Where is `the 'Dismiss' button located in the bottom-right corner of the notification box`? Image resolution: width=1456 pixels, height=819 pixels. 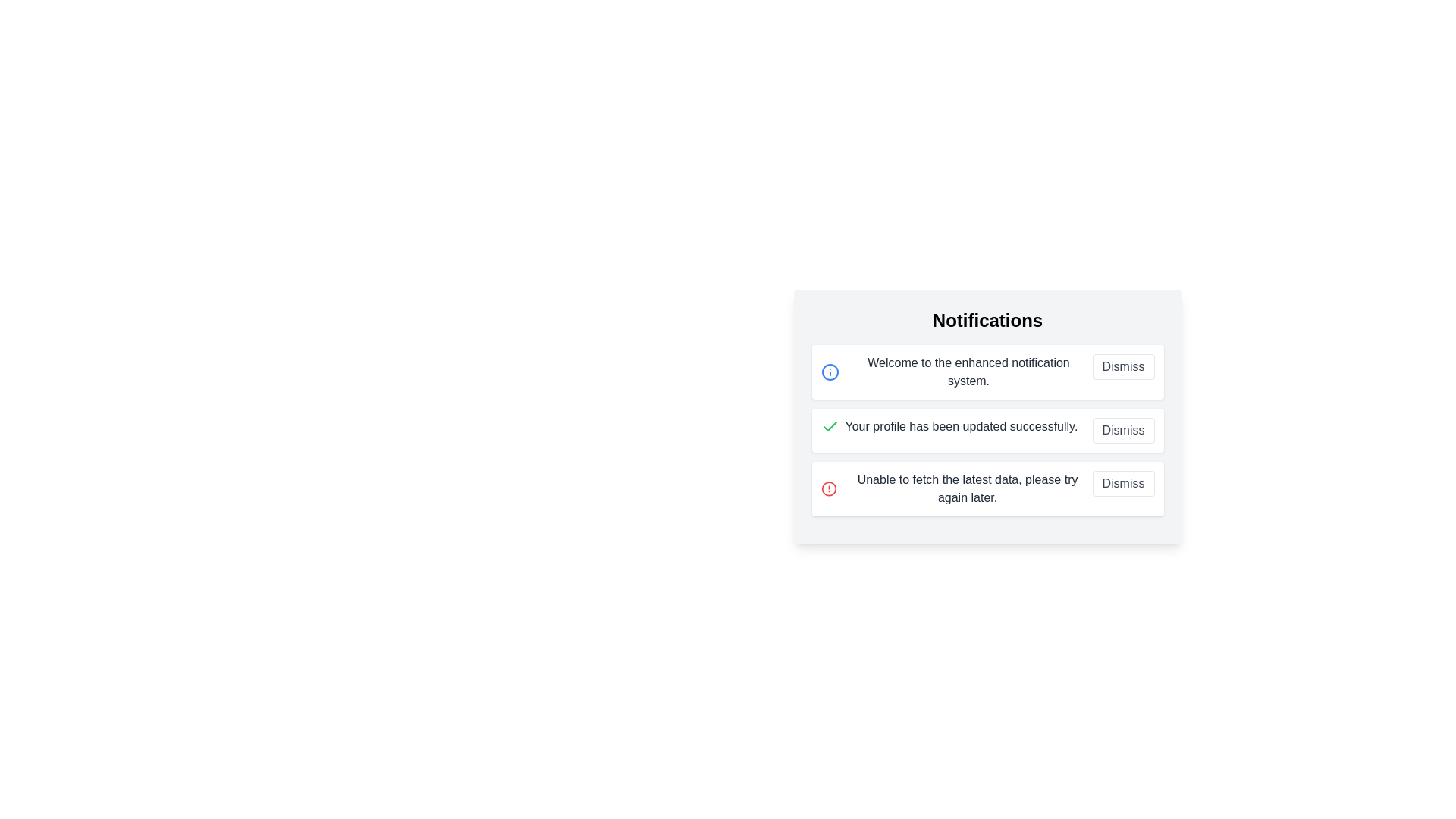 the 'Dismiss' button located in the bottom-right corner of the notification box is located at coordinates (1123, 483).